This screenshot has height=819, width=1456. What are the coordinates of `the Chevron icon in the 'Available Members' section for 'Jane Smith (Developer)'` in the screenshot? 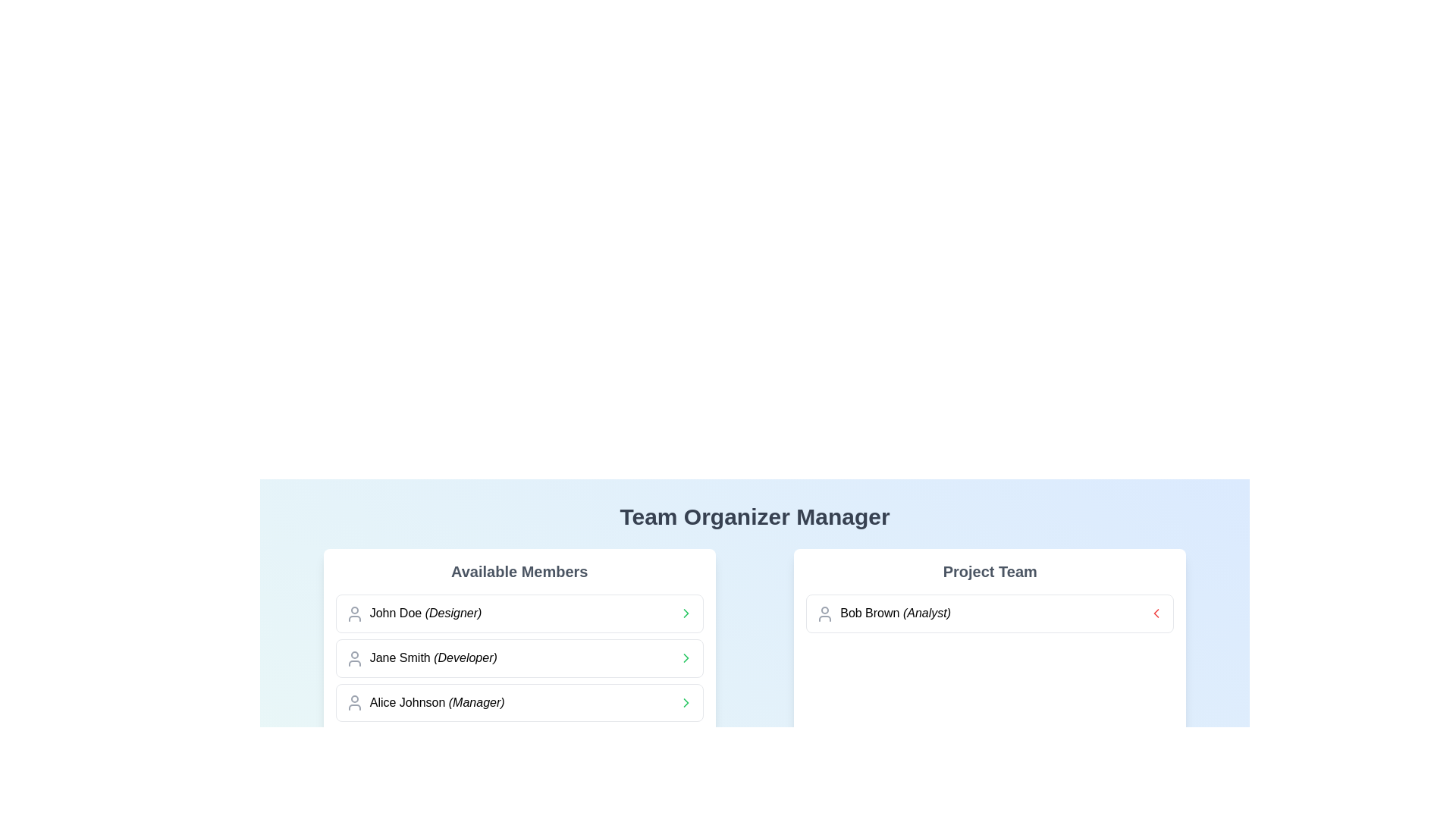 It's located at (685, 702).